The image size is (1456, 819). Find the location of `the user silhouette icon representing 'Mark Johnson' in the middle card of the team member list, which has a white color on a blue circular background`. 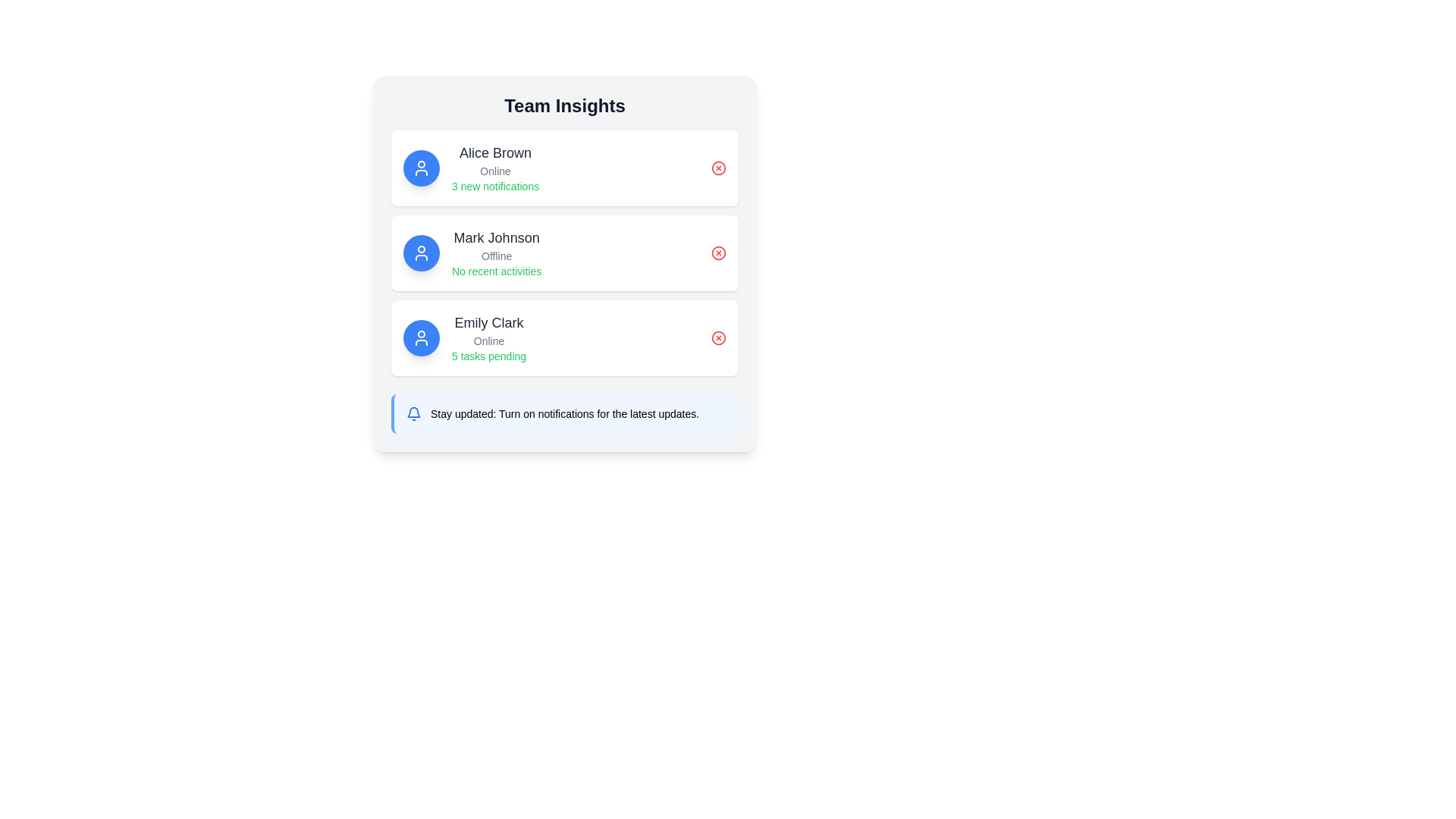

the user silhouette icon representing 'Mark Johnson' in the middle card of the team member list, which has a white color on a blue circular background is located at coordinates (422, 253).